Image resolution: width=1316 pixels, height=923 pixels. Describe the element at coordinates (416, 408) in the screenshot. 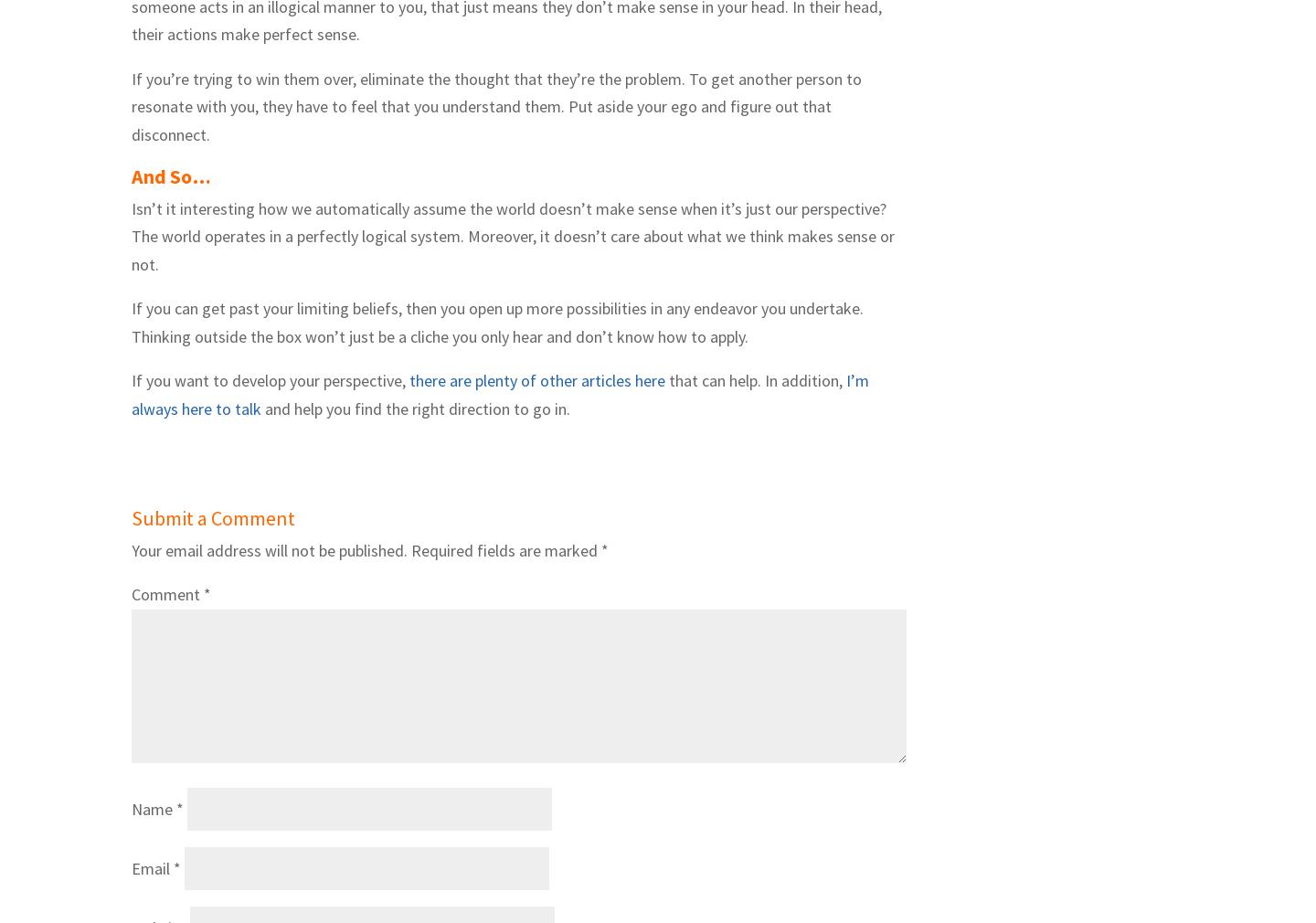

I see `'and help you find the right direction to go in.'` at that location.